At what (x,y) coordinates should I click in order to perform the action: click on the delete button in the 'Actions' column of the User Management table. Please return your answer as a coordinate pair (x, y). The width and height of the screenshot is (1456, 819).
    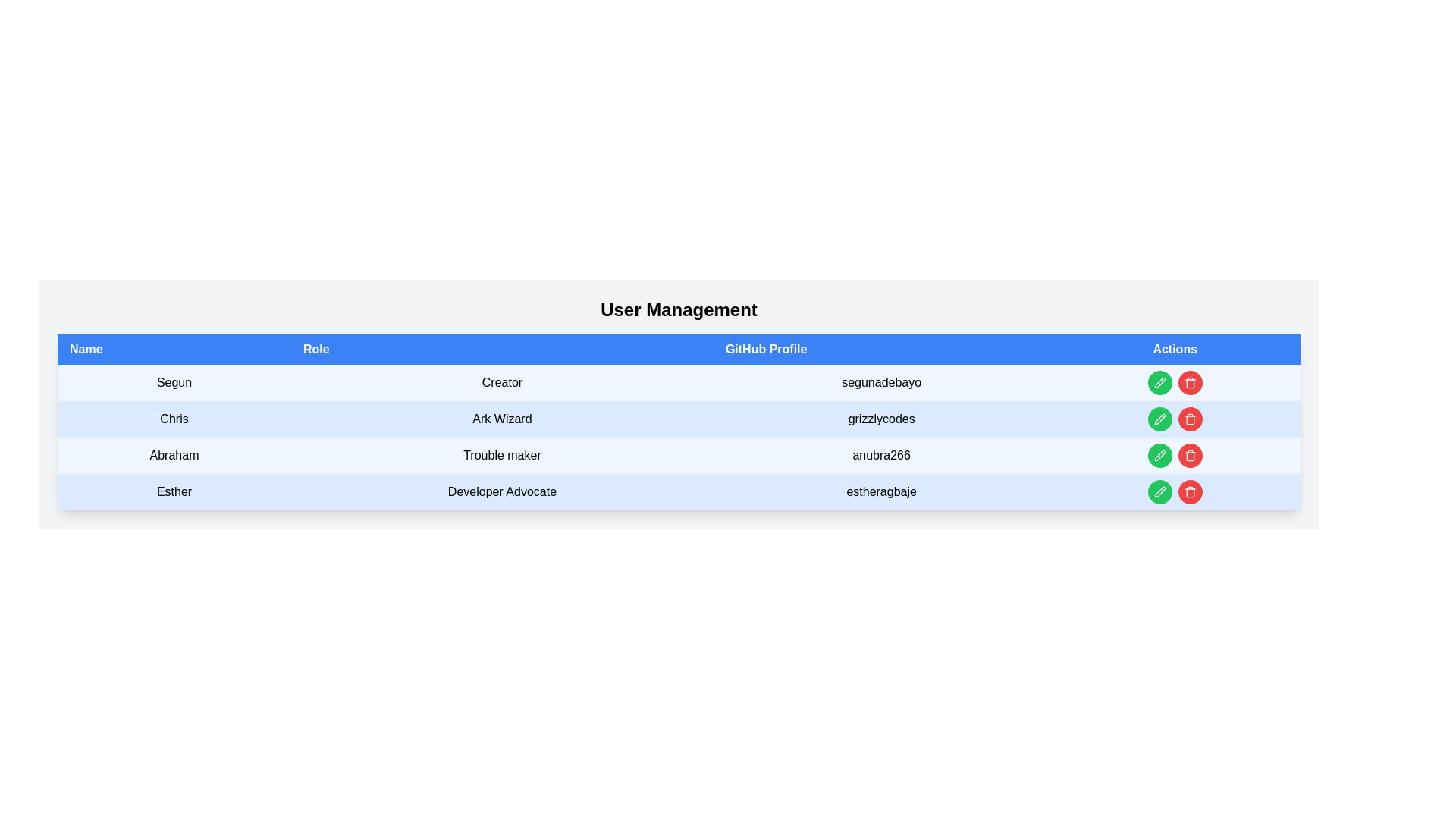
    Looking at the image, I should click on (1189, 382).